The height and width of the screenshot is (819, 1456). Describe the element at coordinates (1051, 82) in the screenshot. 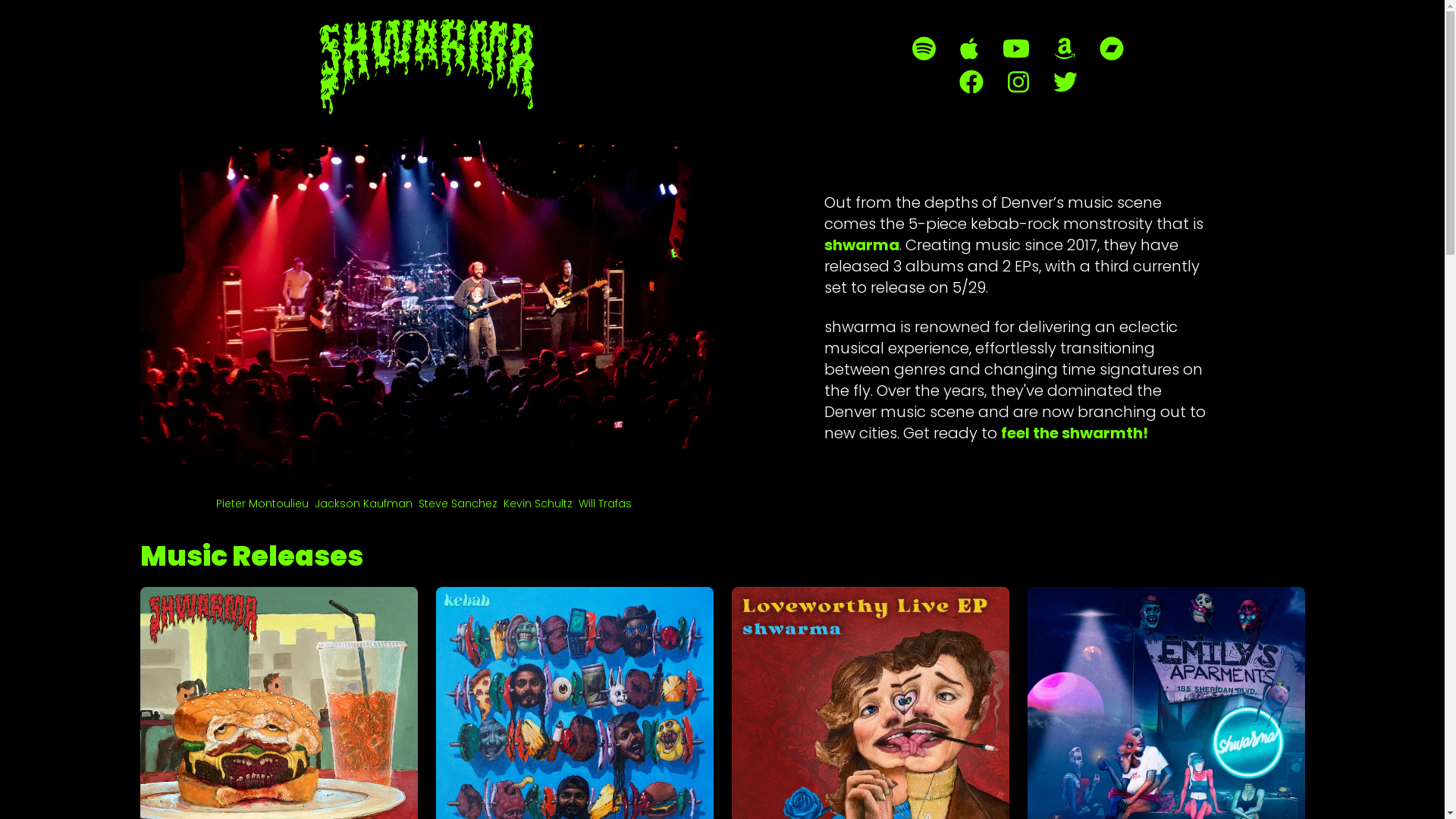

I see `'Twitter'` at that location.